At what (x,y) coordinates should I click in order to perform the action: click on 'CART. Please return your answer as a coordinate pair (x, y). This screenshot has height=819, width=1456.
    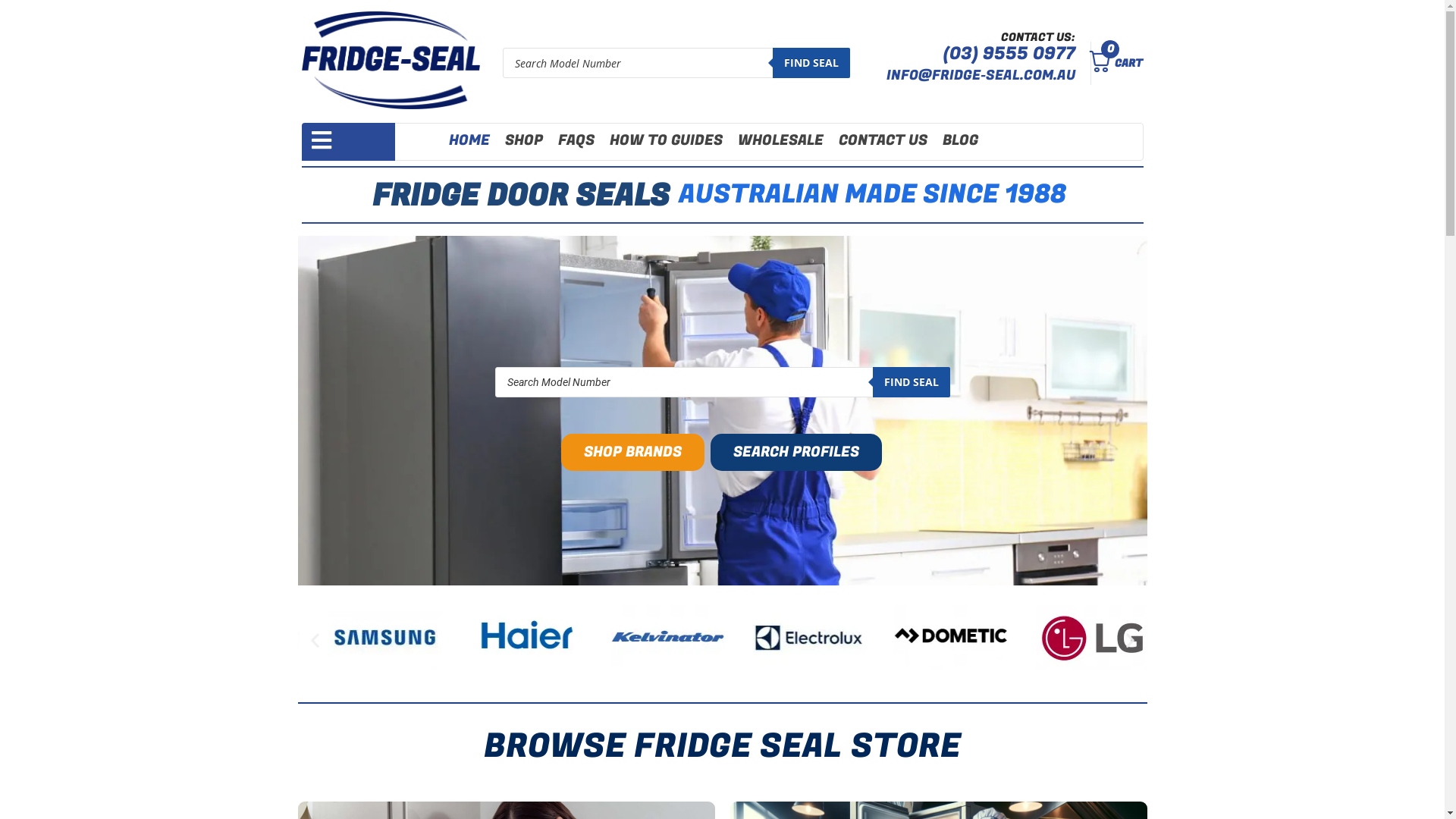
    Looking at the image, I should click on (1111, 62).